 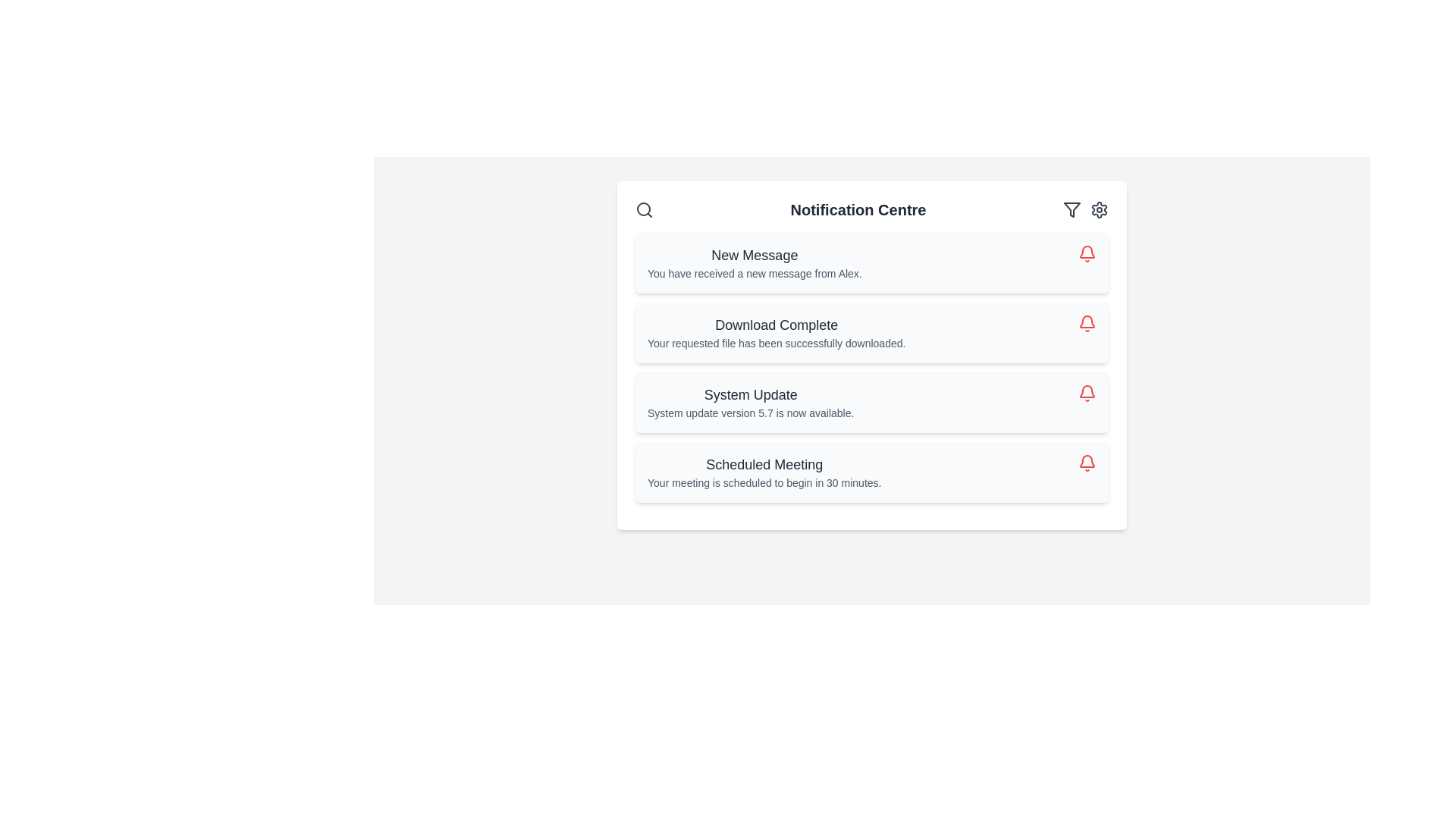 I want to click on the red bell-shaped icon button located in the right corner of the second notification card, which is below 'New Message' and above 'System Update', so click(x=1087, y=323).